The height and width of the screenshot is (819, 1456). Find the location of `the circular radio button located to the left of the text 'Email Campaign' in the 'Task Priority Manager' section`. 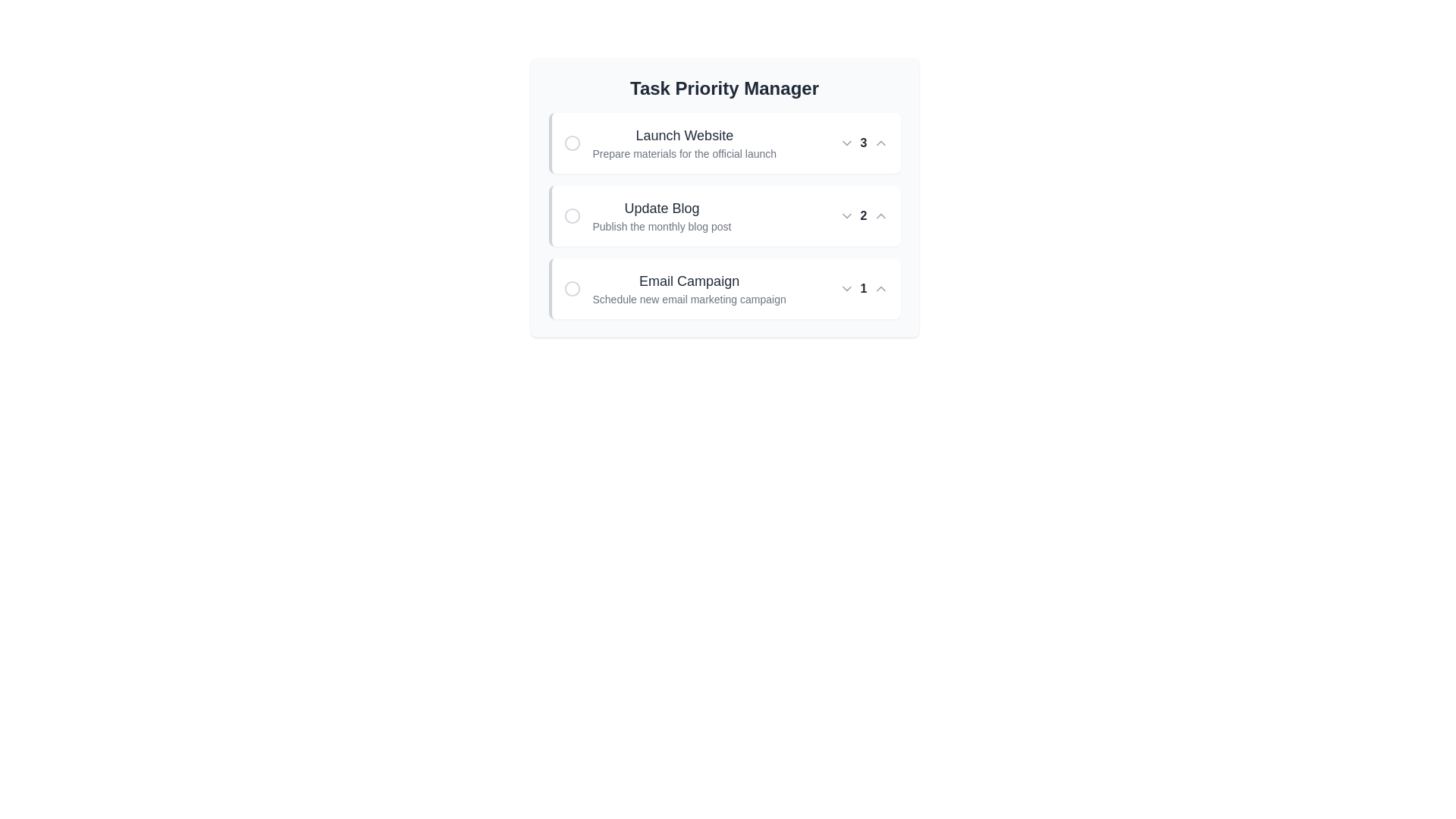

the circular radio button located to the left of the text 'Email Campaign' in the 'Task Priority Manager' section is located at coordinates (571, 289).